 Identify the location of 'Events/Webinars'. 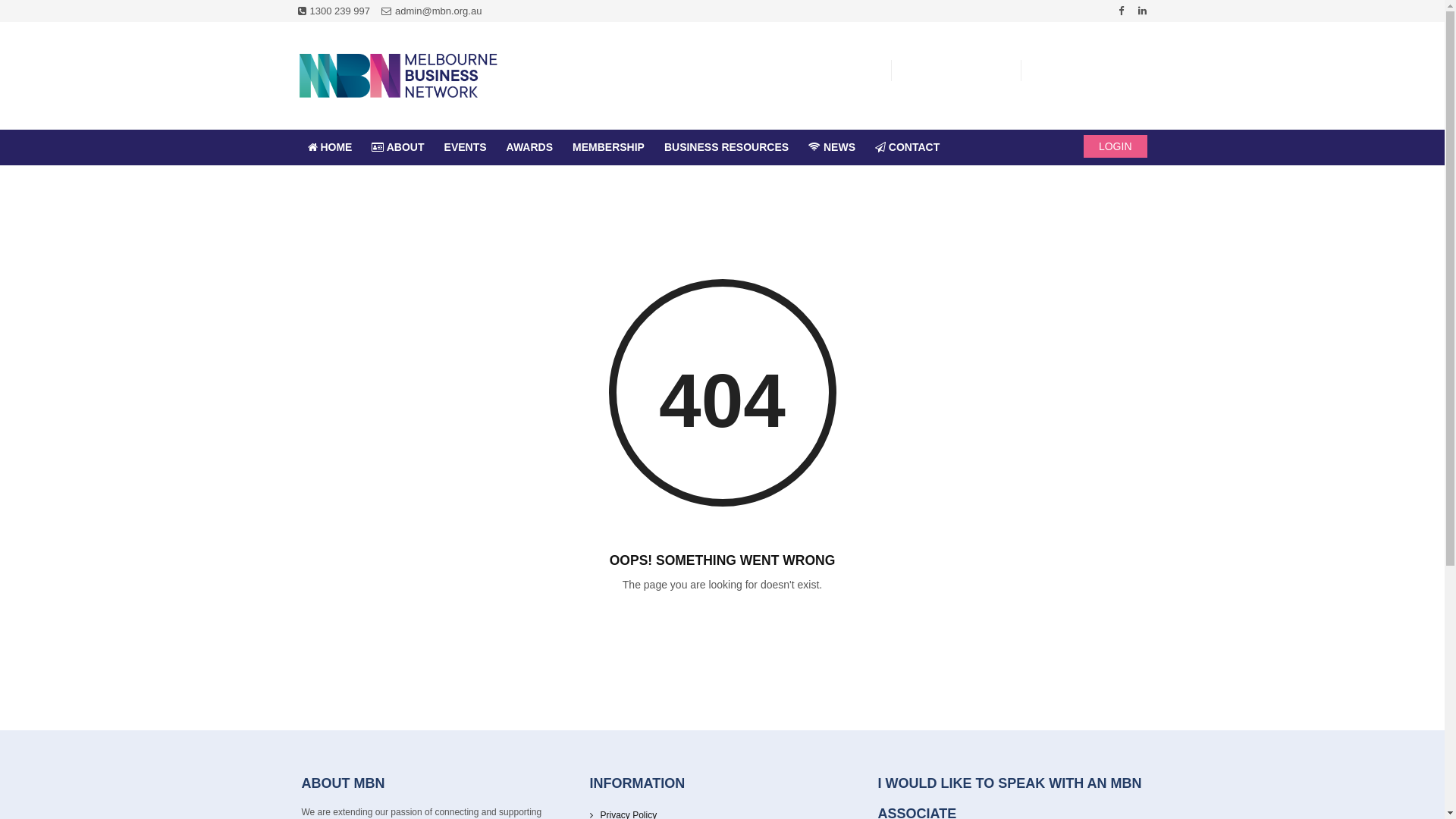
(959, 72).